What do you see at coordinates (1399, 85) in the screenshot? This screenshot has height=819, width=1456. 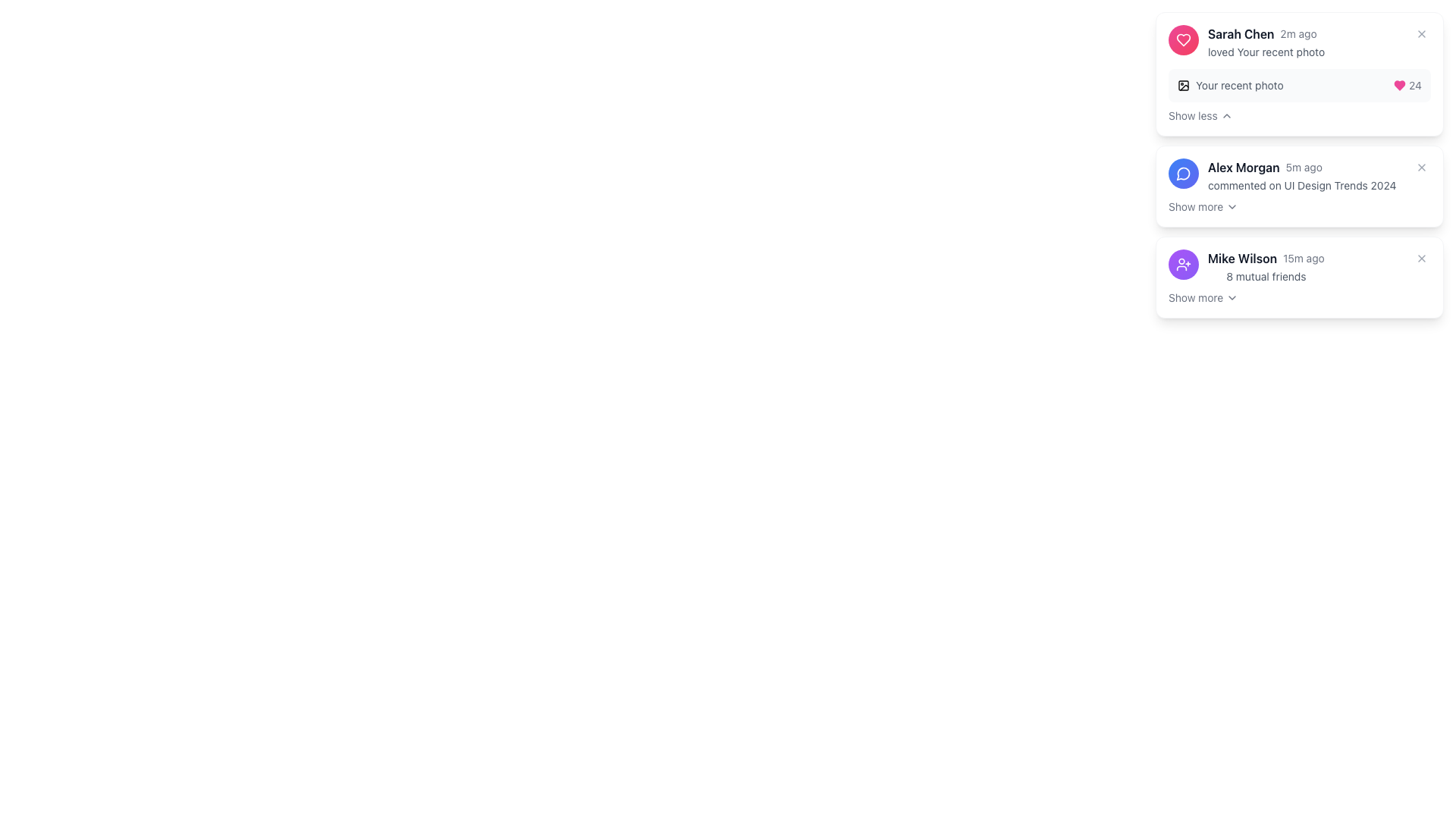 I see `the 'like' or 'love' icon located in the top-left corner of the notification card for 'Sarah Chen'` at bounding box center [1399, 85].